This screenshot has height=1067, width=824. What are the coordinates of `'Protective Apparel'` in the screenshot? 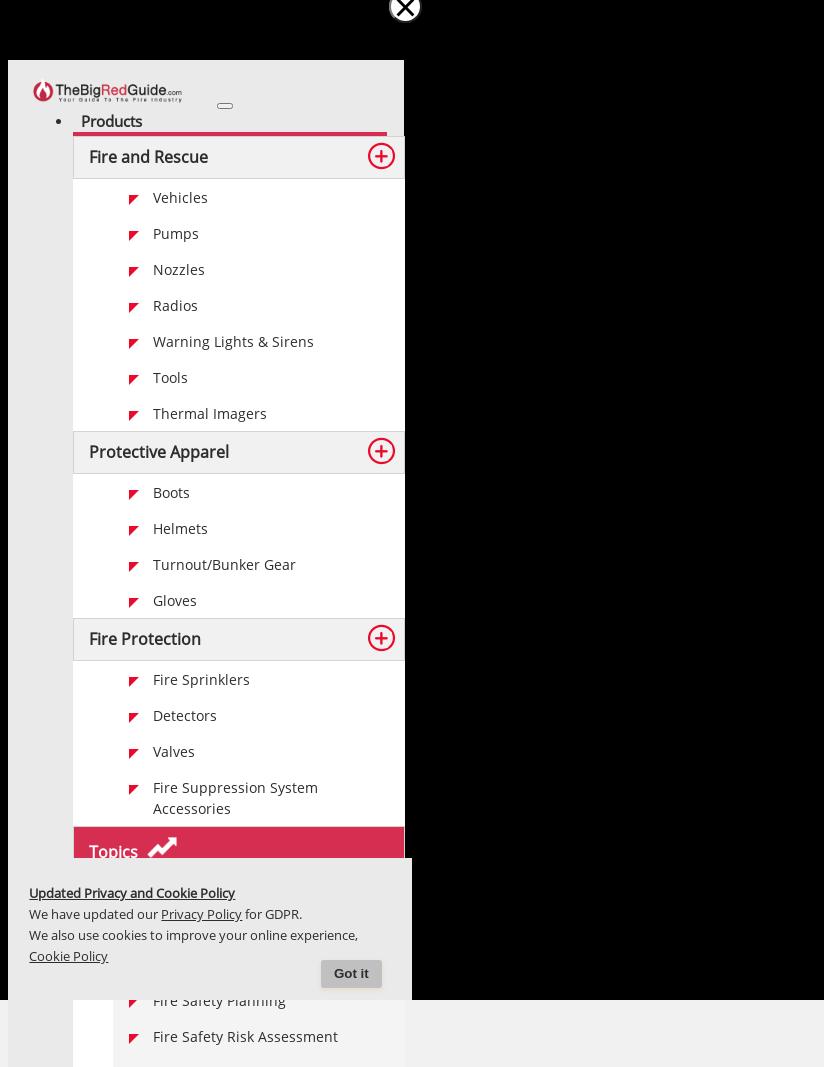 It's located at (158, 450).